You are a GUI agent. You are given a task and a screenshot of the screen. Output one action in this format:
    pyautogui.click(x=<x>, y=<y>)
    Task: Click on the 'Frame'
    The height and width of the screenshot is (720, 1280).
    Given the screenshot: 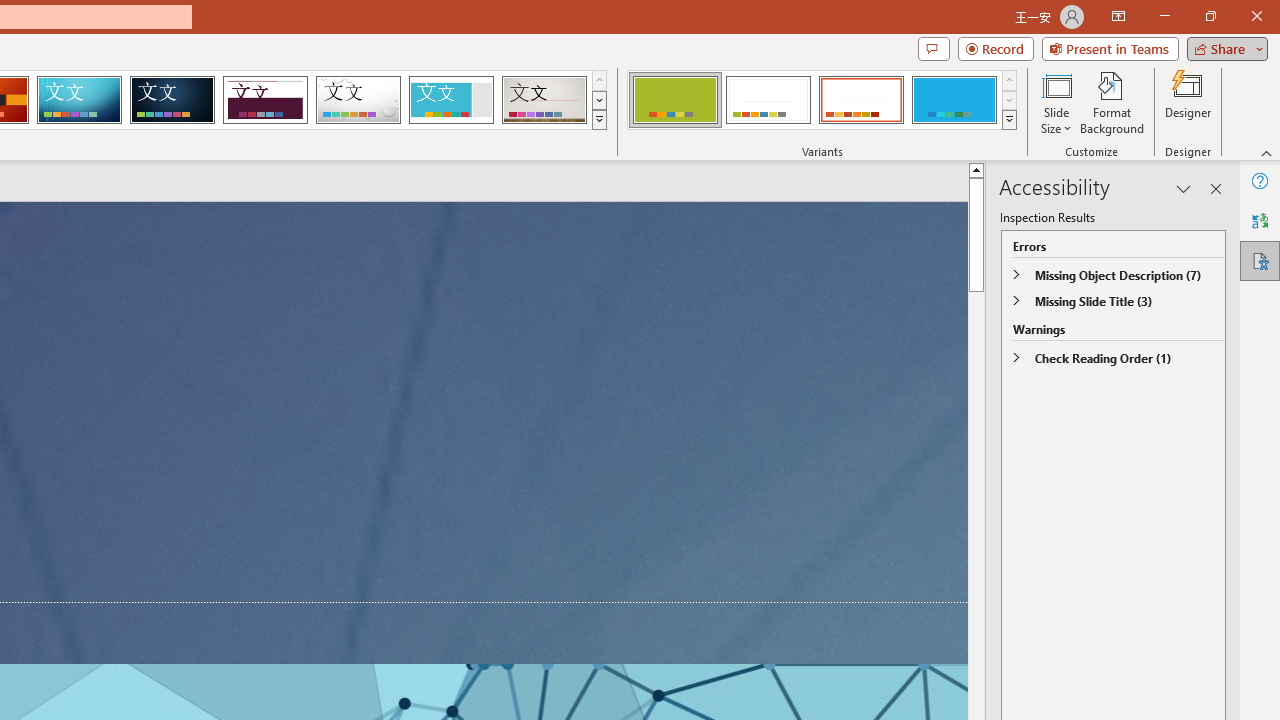 What is the action you would take?
    pyautogui.click(x=450, y=100)
    